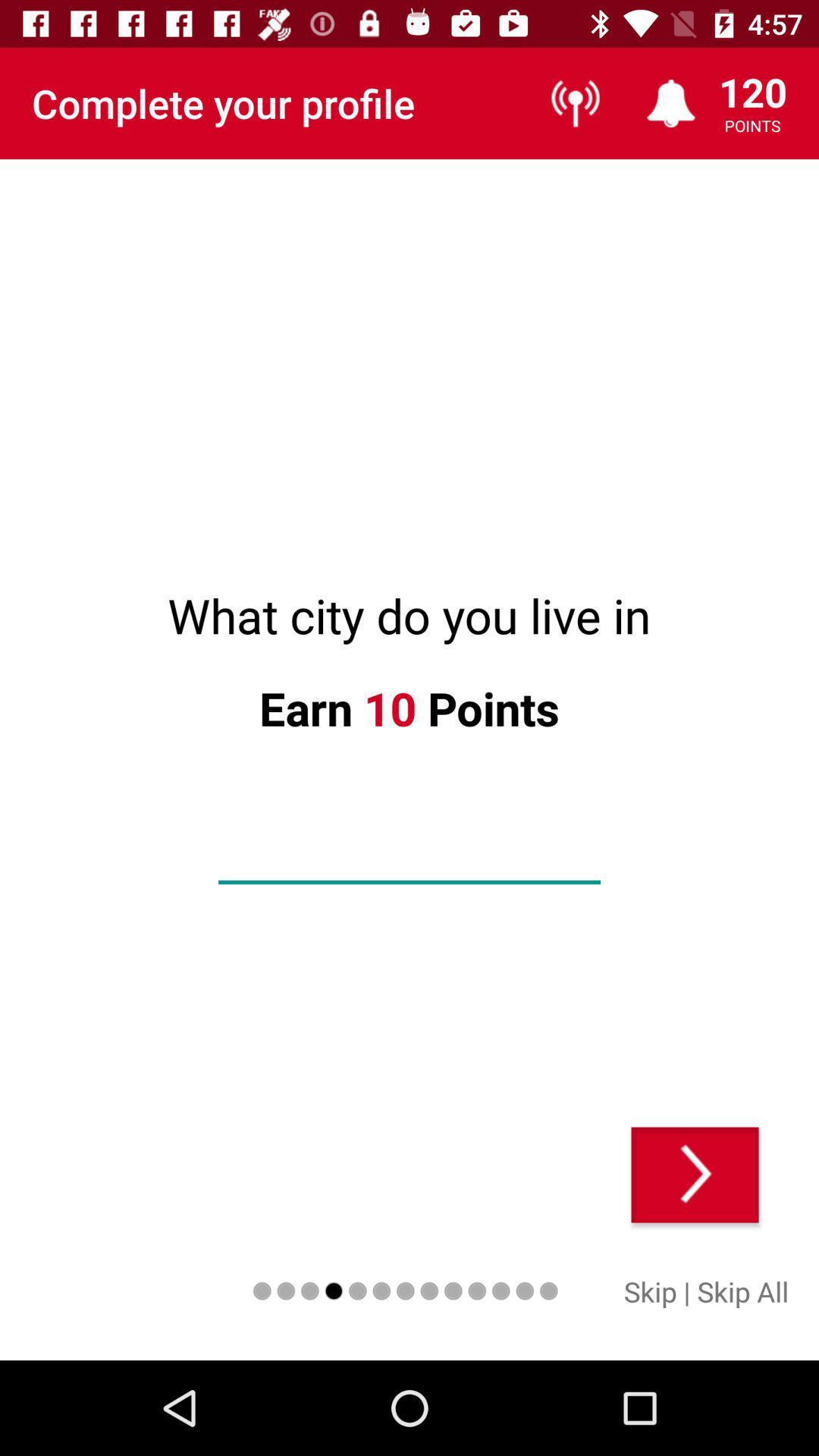 Image resolution: width=819 pixels, height=1456 pixels. Describe the element at coordinates (742, 1291) in the screenshot. I see `the skip all icon` at that location.